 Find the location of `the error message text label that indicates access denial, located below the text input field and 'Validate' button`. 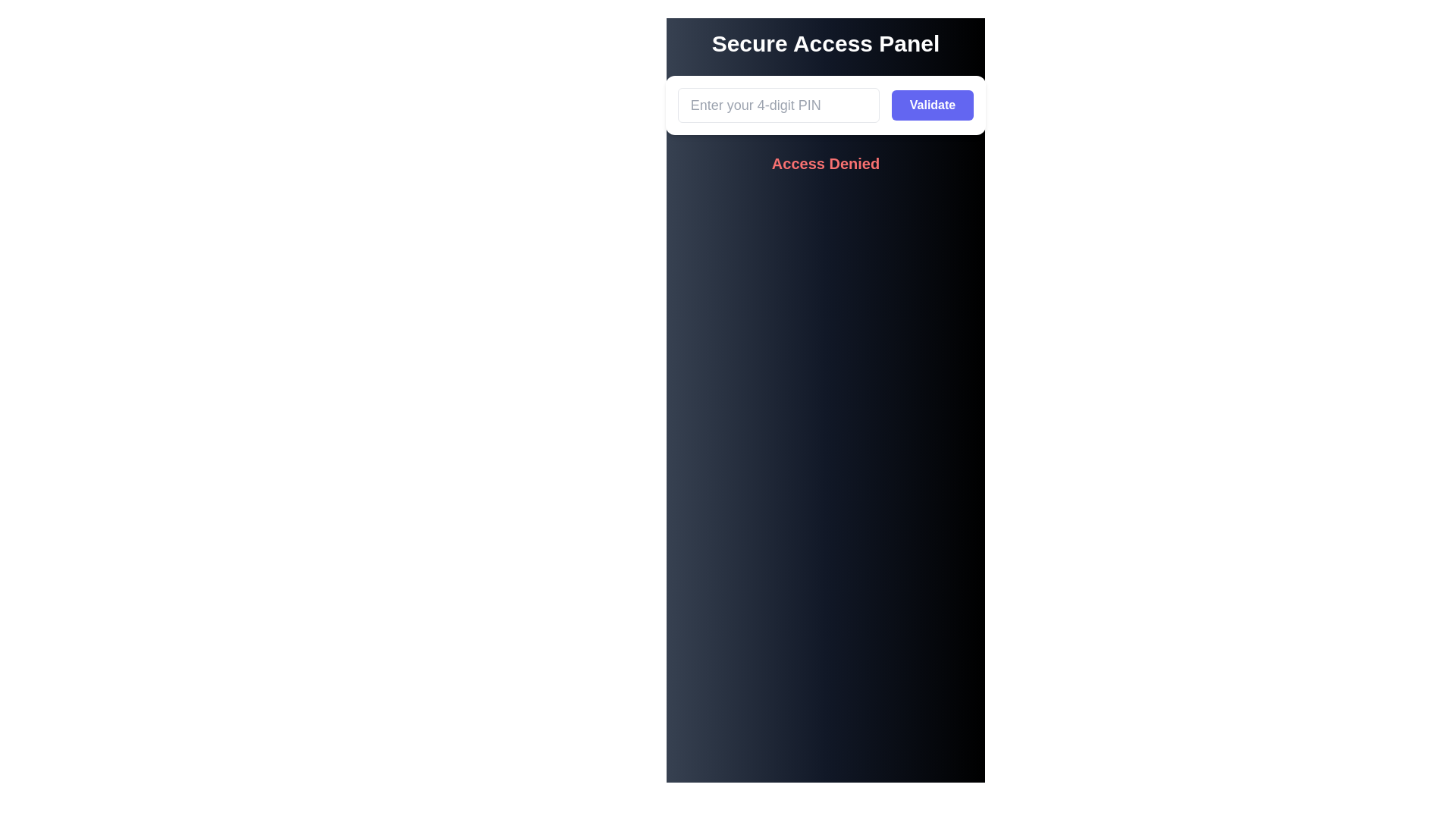

the error message text label that indicates access denial, located below the text input field and 'Validate' button is located at coordinates (825, 164).